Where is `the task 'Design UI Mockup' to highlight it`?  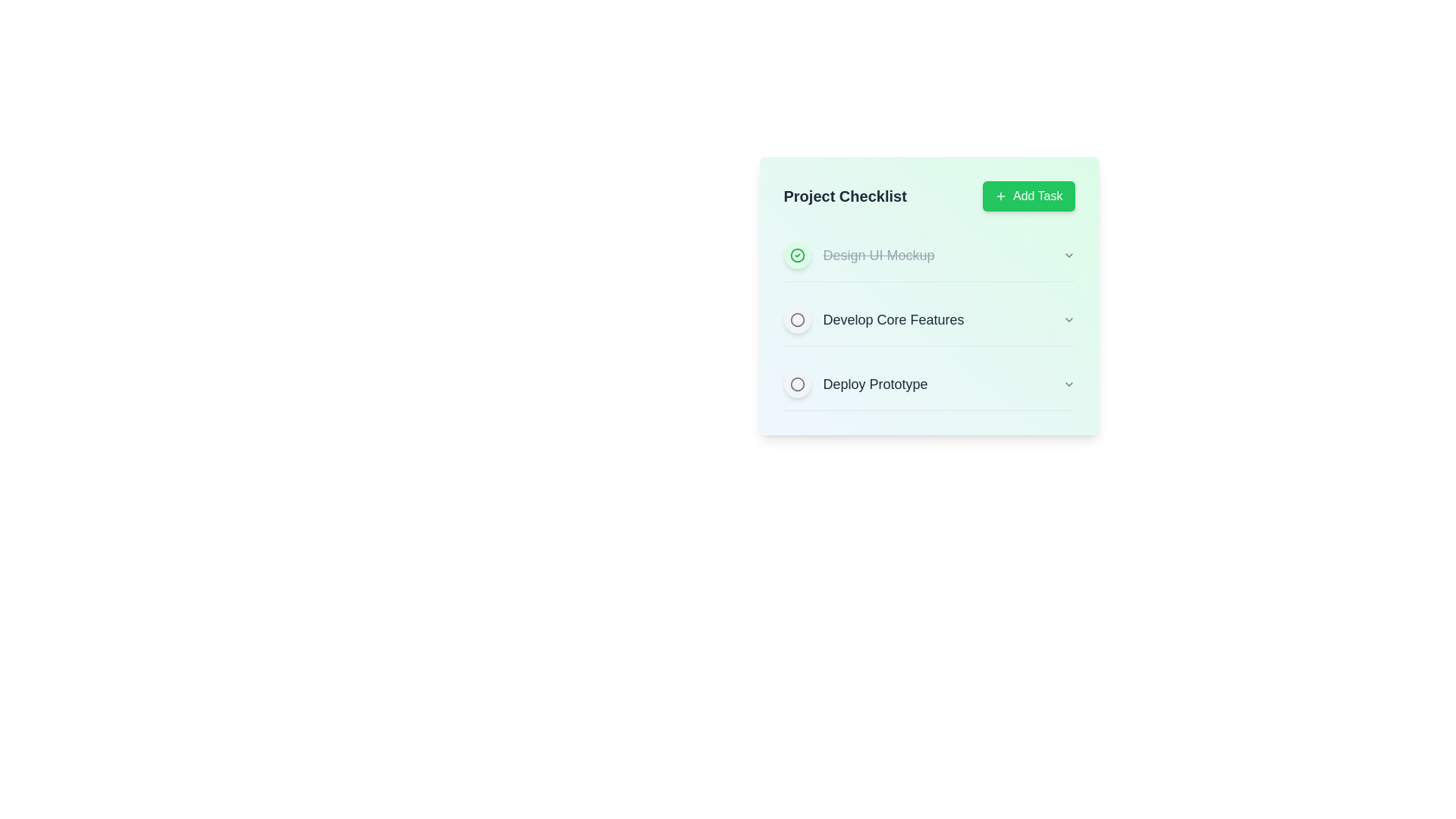
the task 'Design UI Mockup' to highlight it is located at coordinates (928, 255).